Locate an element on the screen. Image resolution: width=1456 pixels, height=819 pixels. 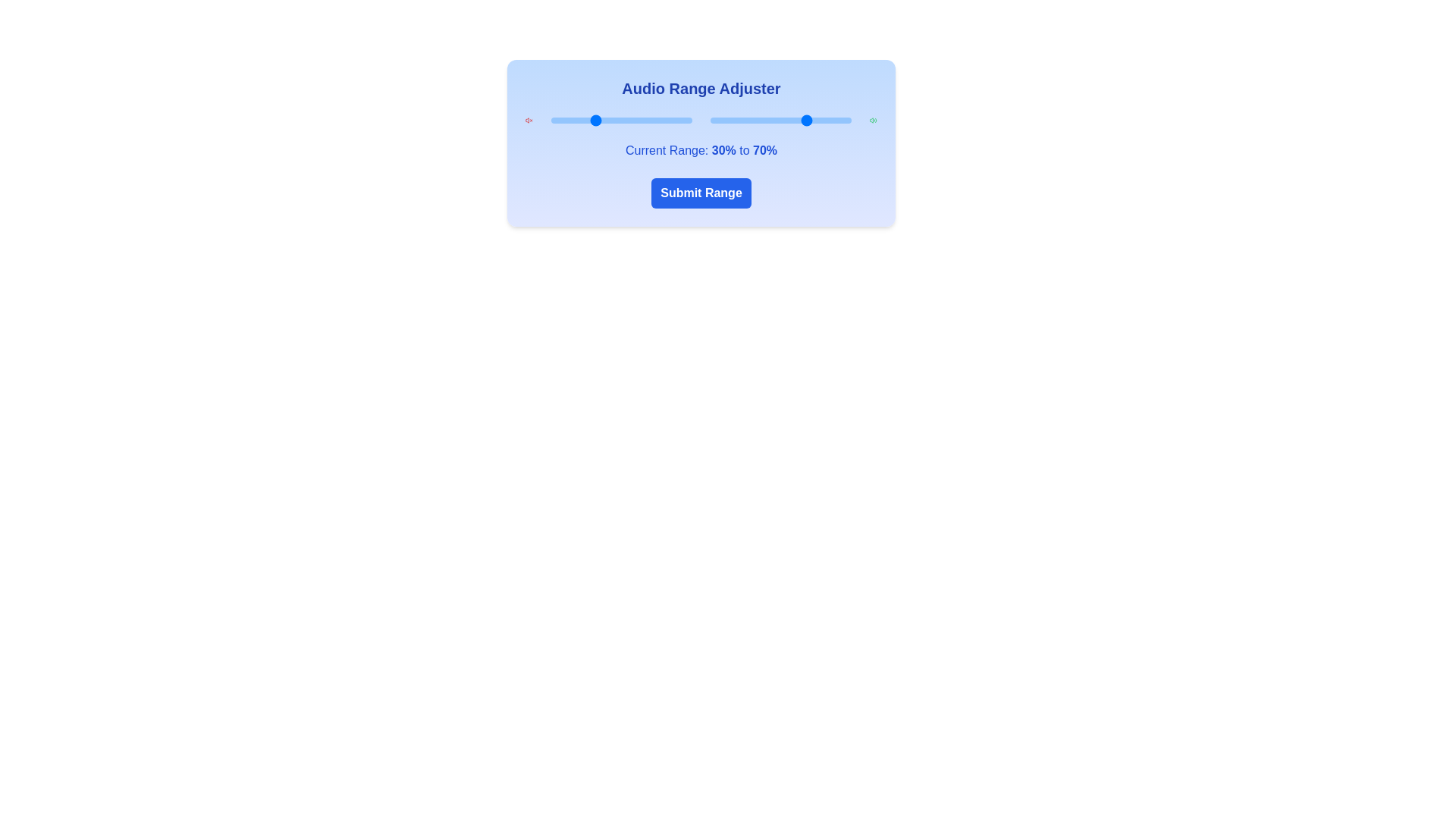
the slider is located at coordinates (602, 119).